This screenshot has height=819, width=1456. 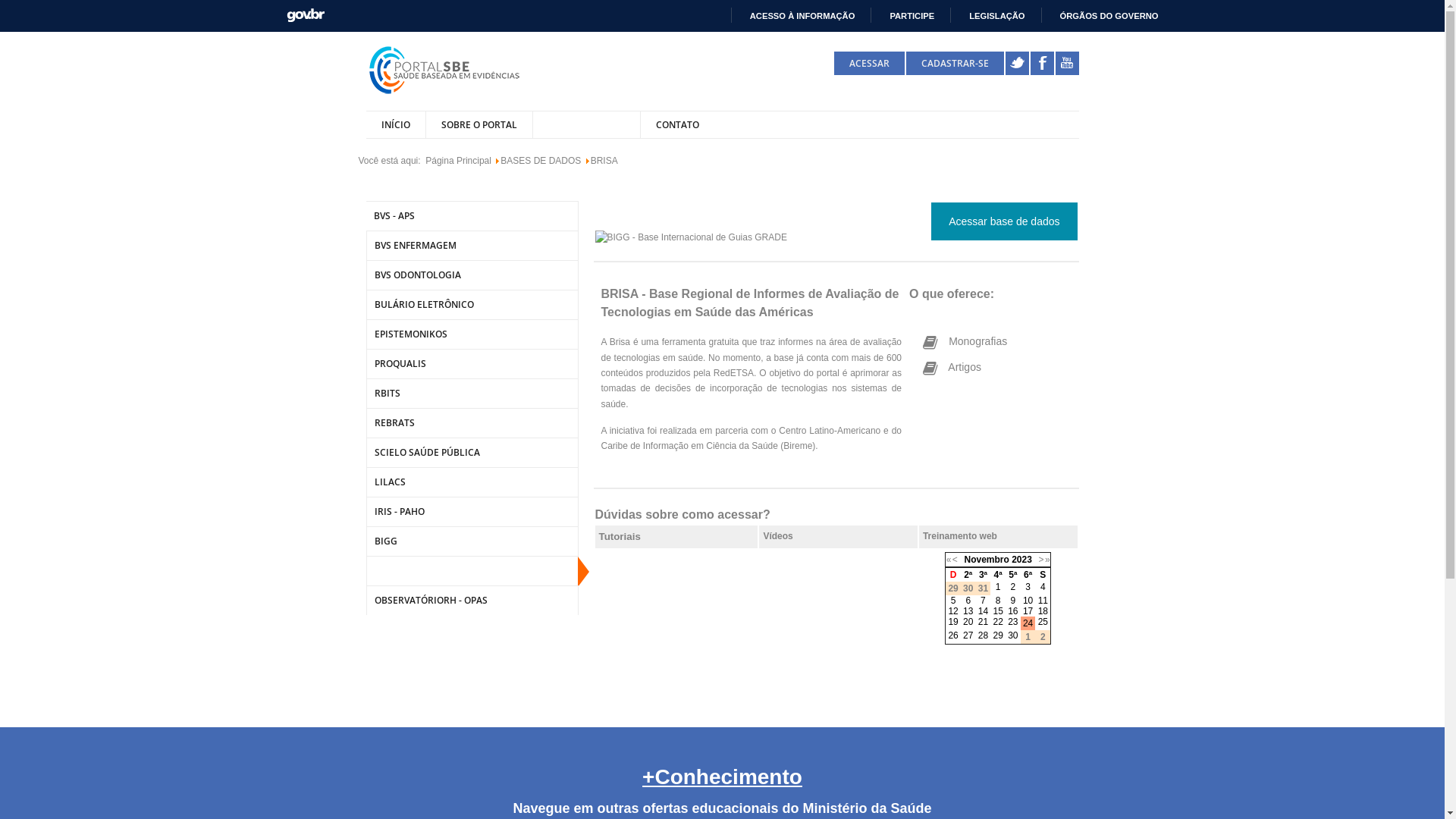 What do you see at coordinates (983, 635) in the screenshot?
I see `'28'` at bounding box center [983, 635].